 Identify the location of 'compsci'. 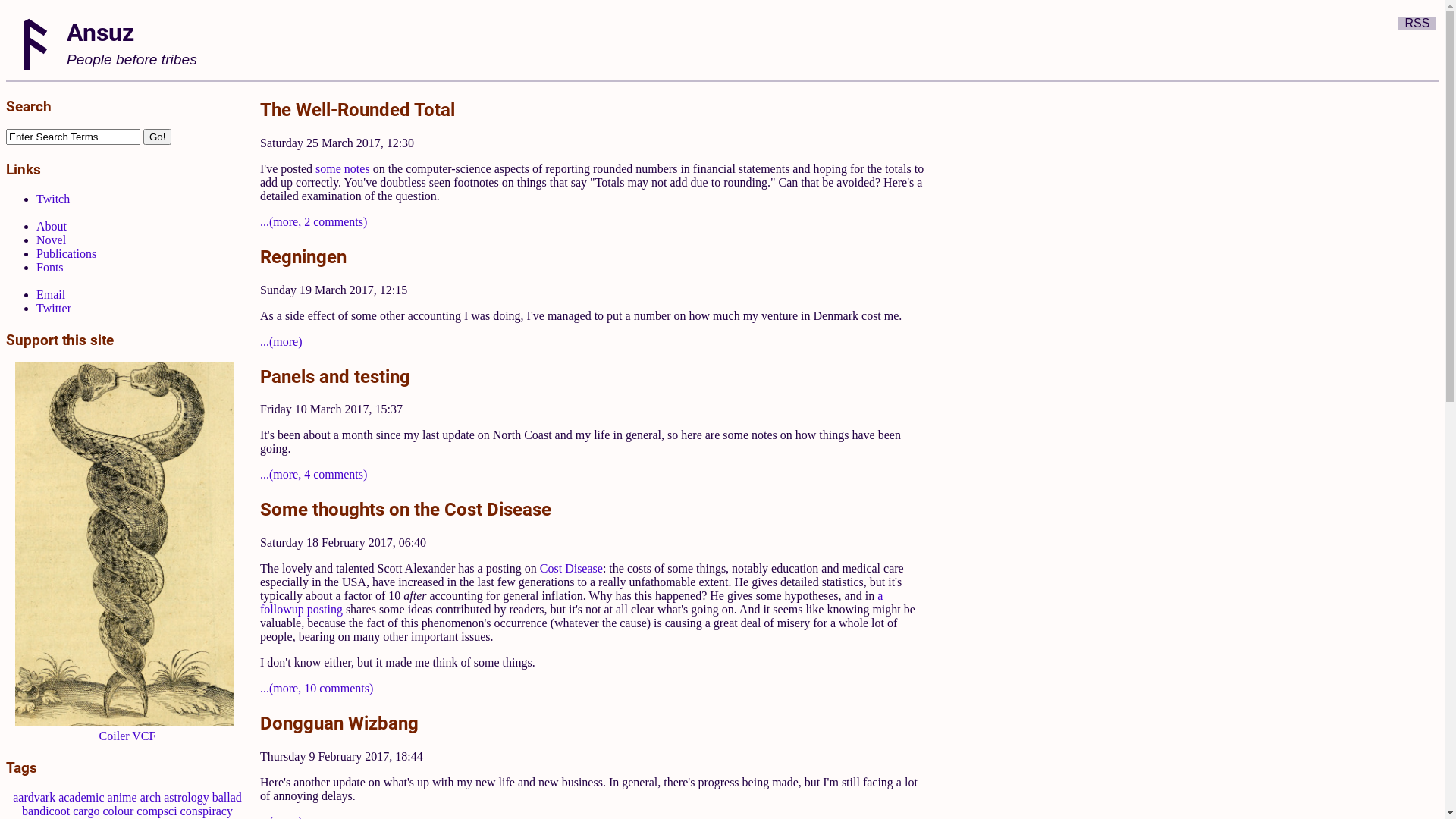
(156, 810).